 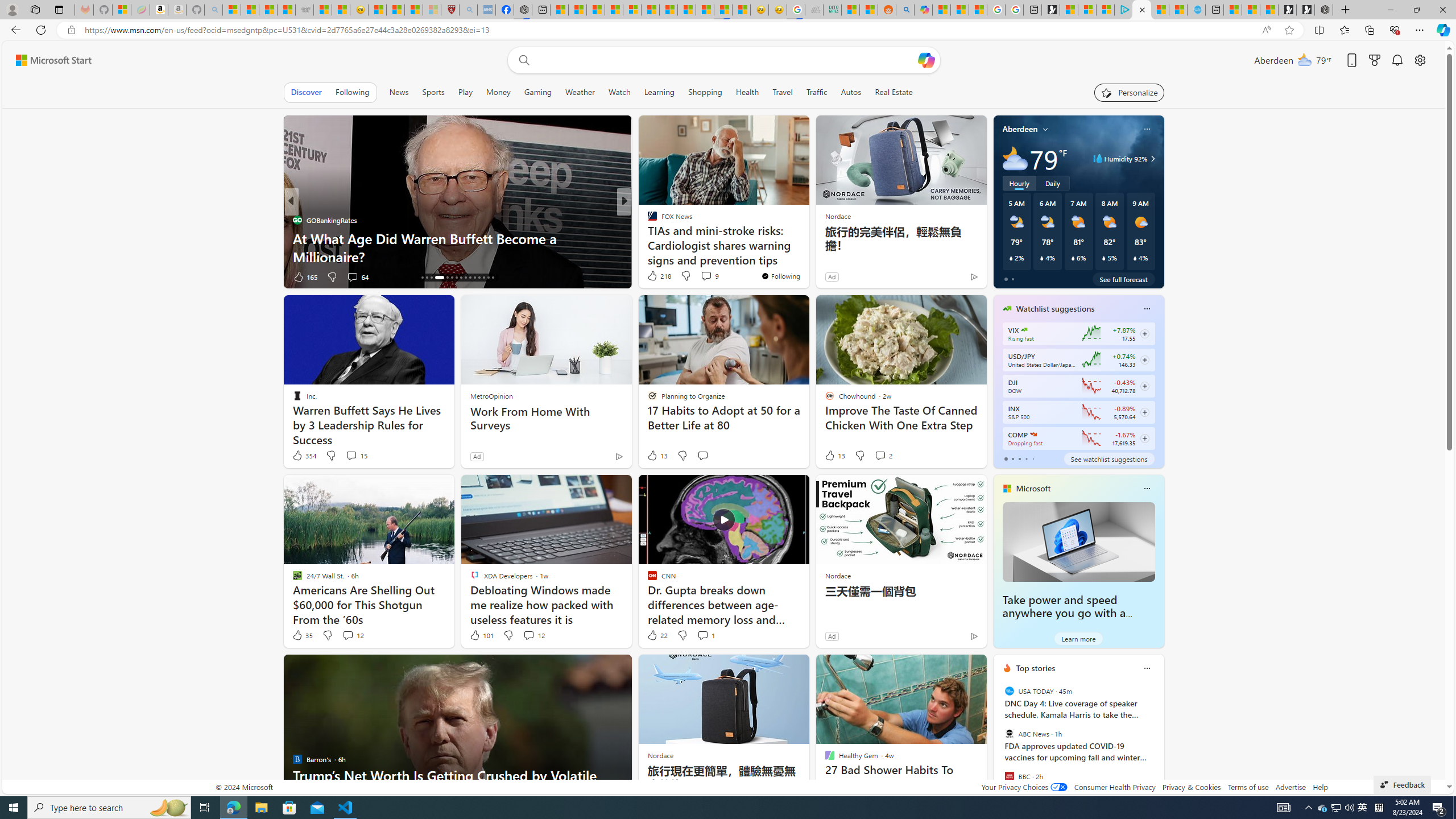 I want to click on 'You', so click(x=780, y=276).